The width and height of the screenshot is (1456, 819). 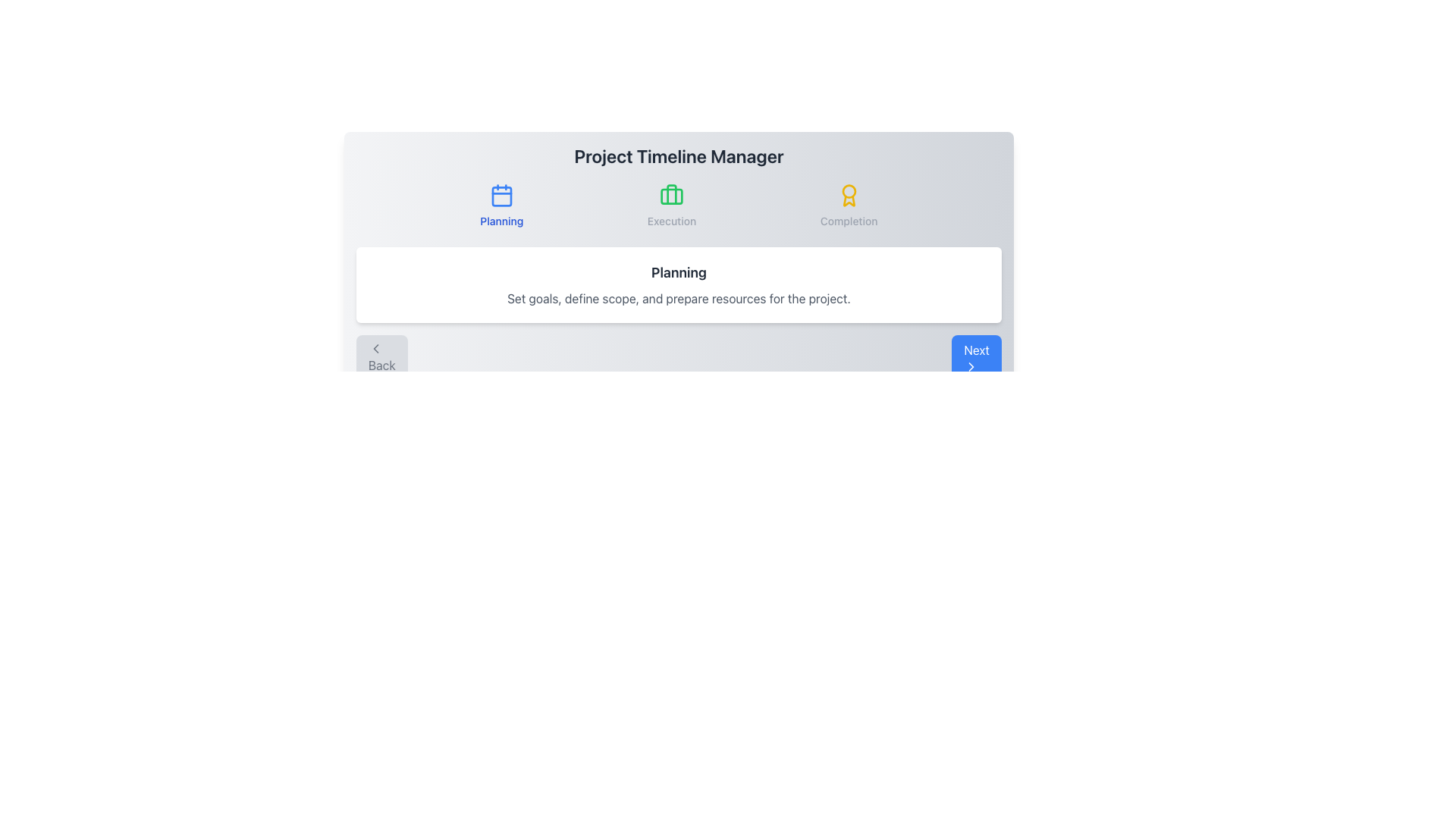 I want to click on the text label displaying 'Set goals, define scope, and prepare resources for the project.' which is positioned below the title 'Planning' in a gray font, so click(x=678, y=298).